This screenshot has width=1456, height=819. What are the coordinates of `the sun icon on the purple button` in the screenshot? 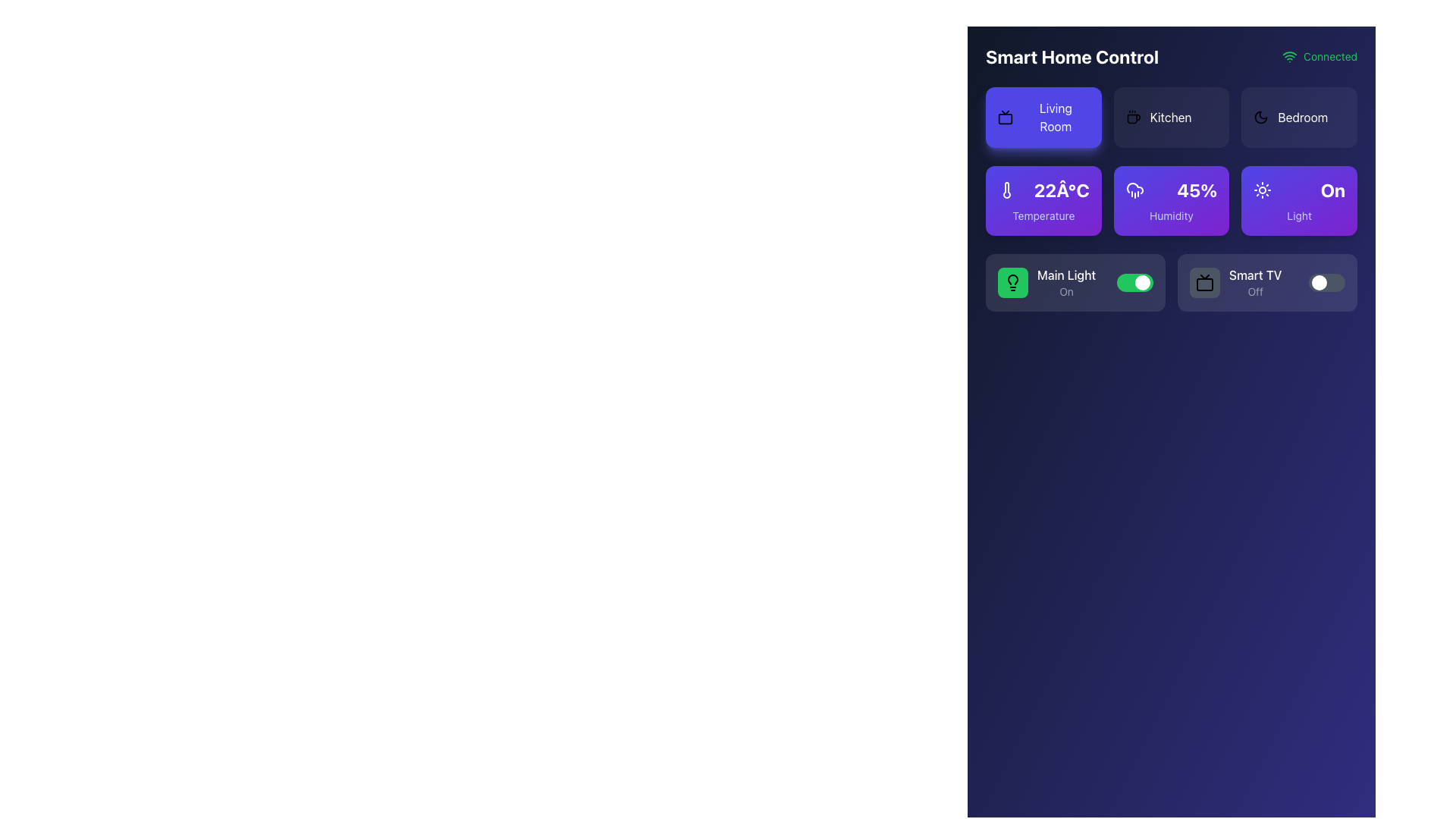 It's located at (1263, 189).